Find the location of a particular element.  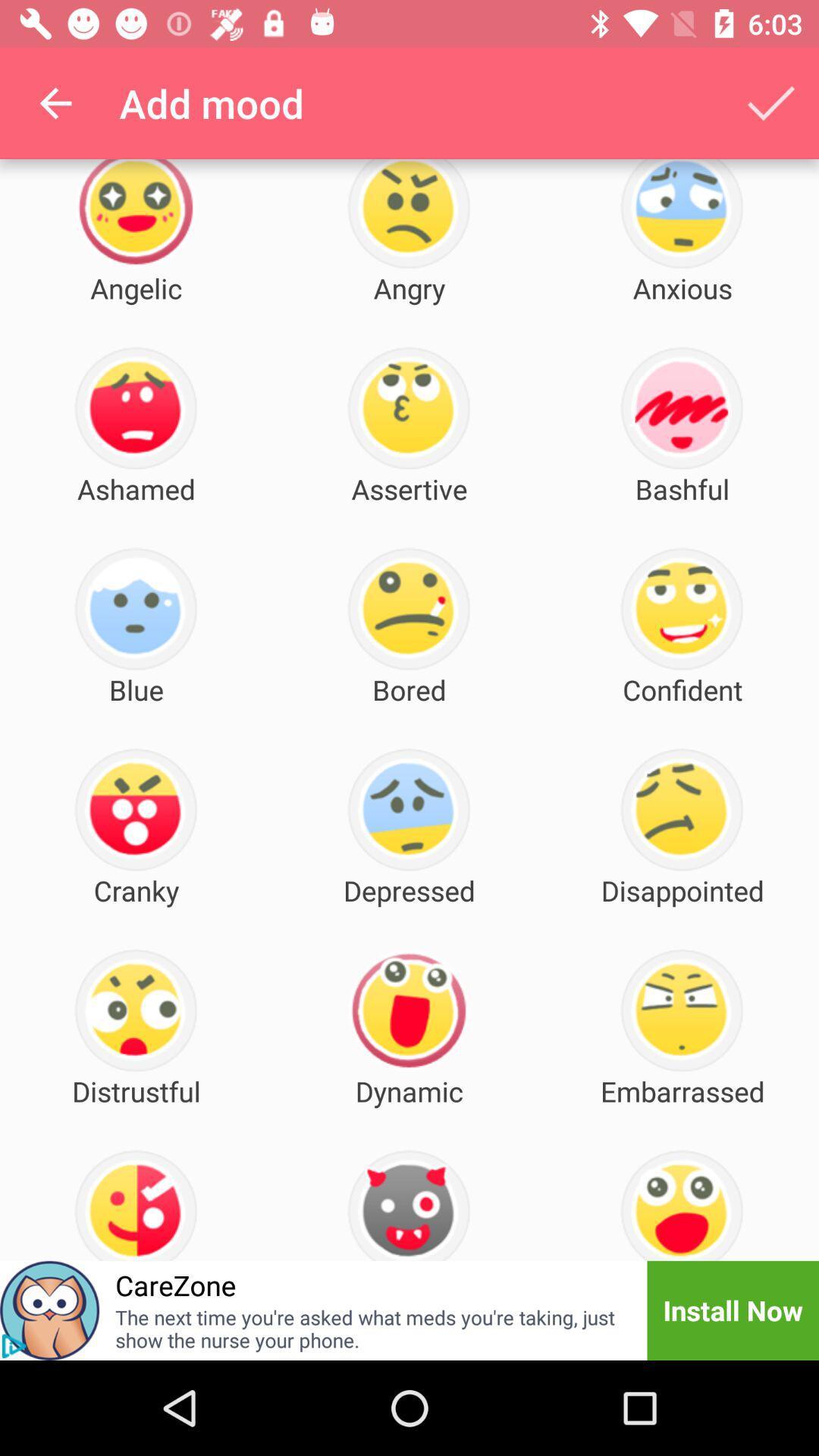

icon next to the the next time icon is located at coordinates (732, 1310).